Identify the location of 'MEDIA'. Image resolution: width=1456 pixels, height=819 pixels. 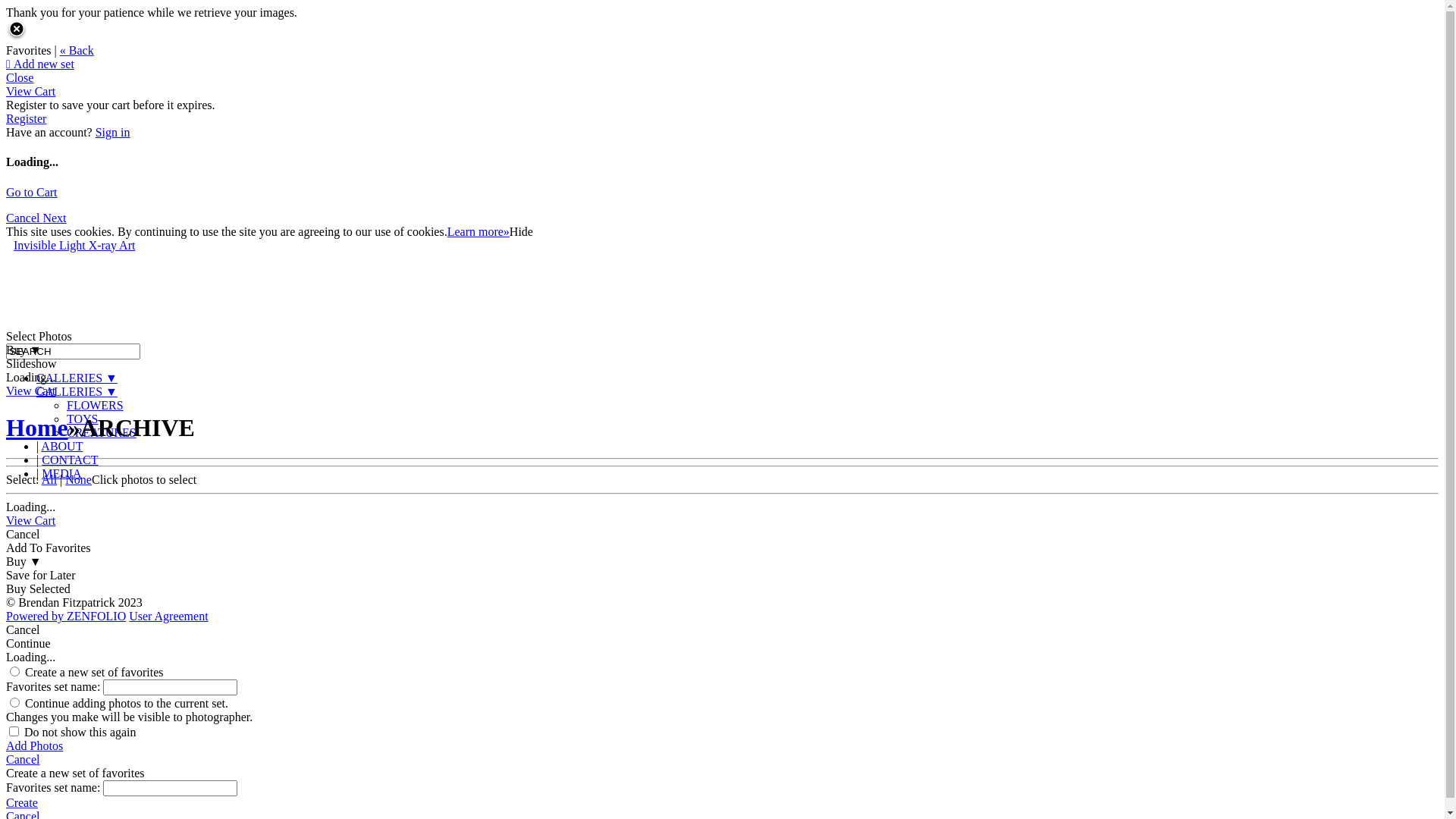
(61, 472).